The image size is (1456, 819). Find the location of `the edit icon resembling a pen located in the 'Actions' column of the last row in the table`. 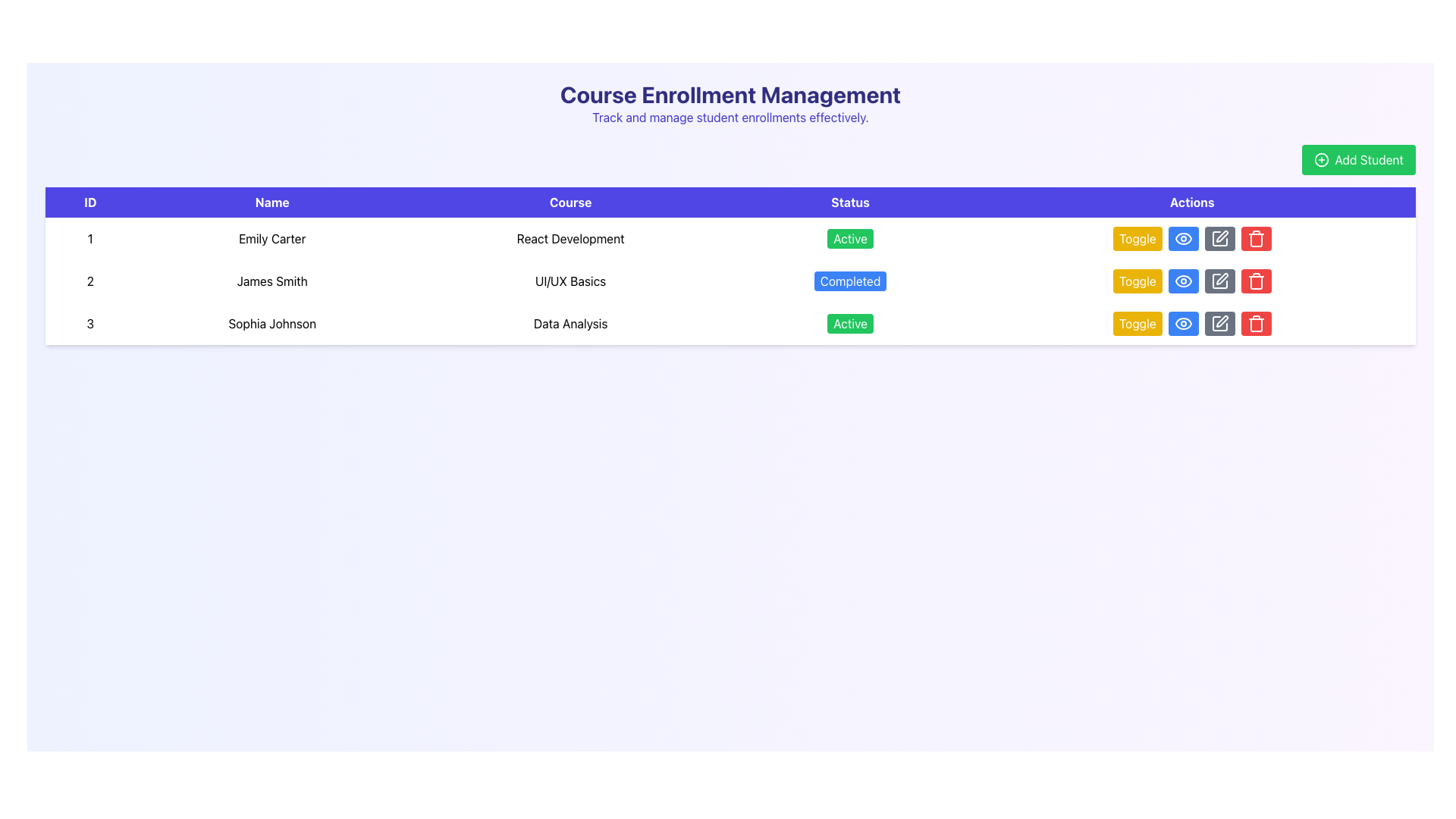

the edit icon resembling a pen located in the 'Actions' column of the last row in the table is located at coordinates (1222, 278).